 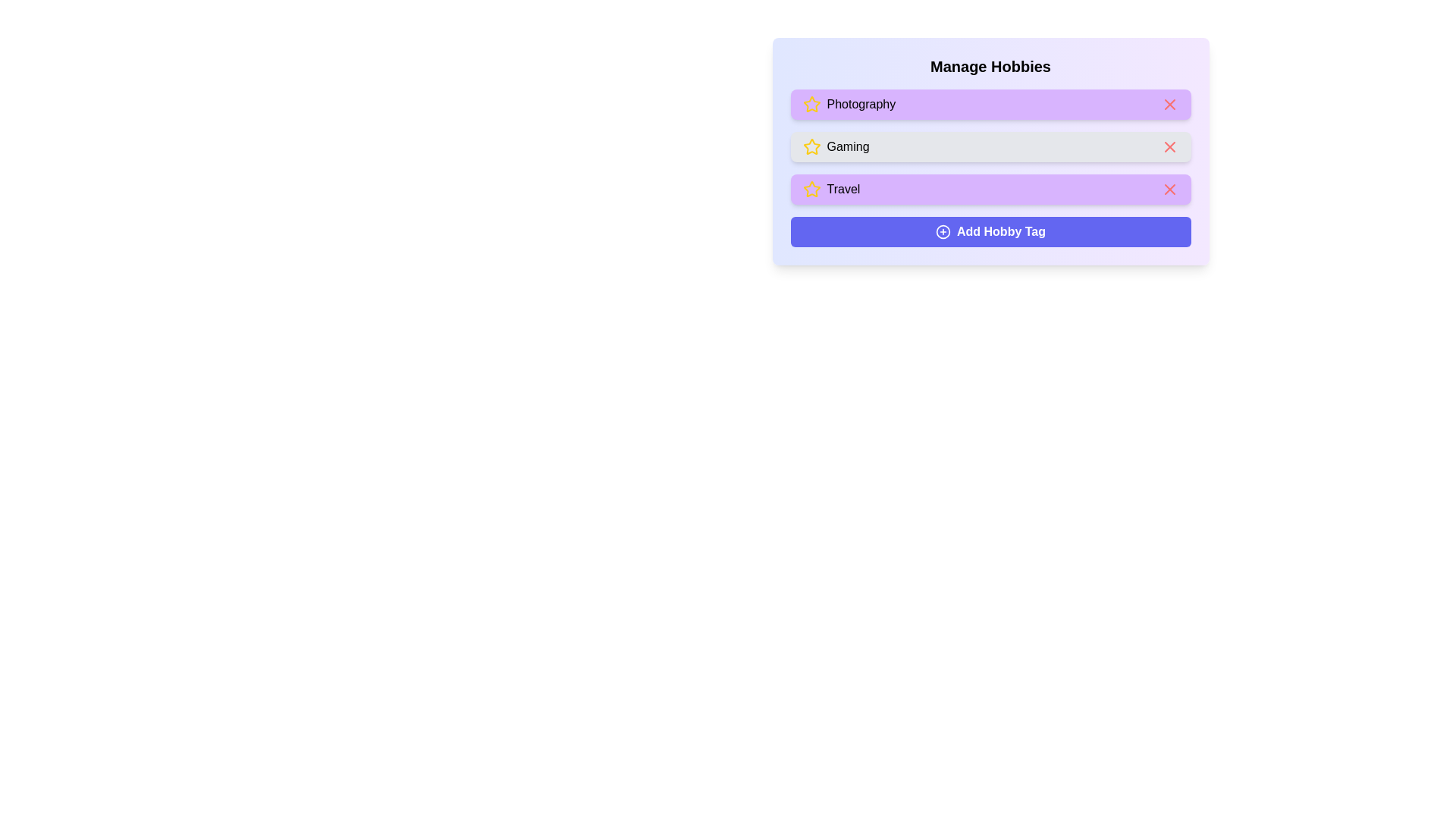 I want to click on 'X' icon to remove the hobby tag 'Travel', so click(x=1169, y=189).